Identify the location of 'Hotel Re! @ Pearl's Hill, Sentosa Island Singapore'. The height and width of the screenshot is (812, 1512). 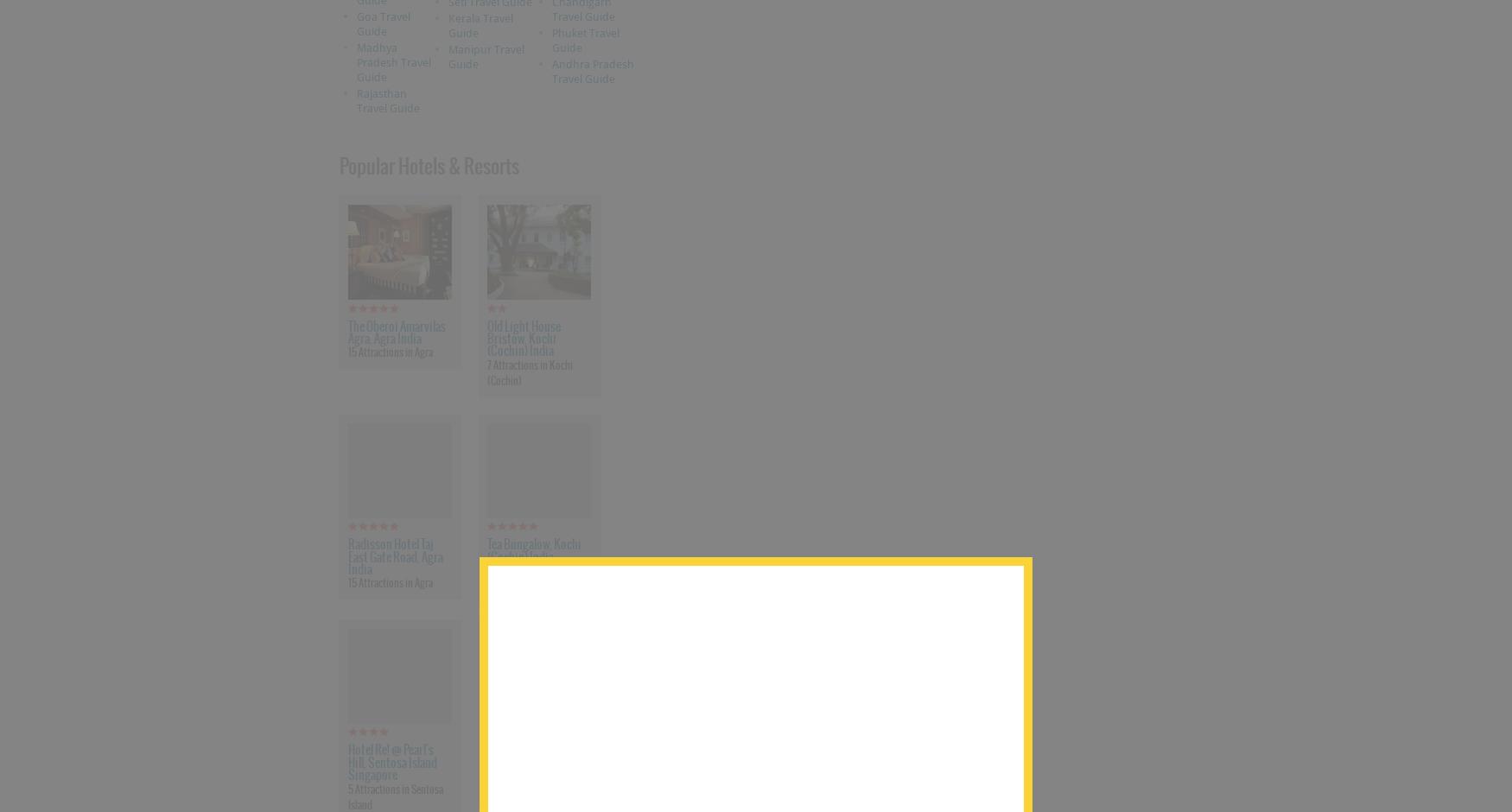
(391, 762).